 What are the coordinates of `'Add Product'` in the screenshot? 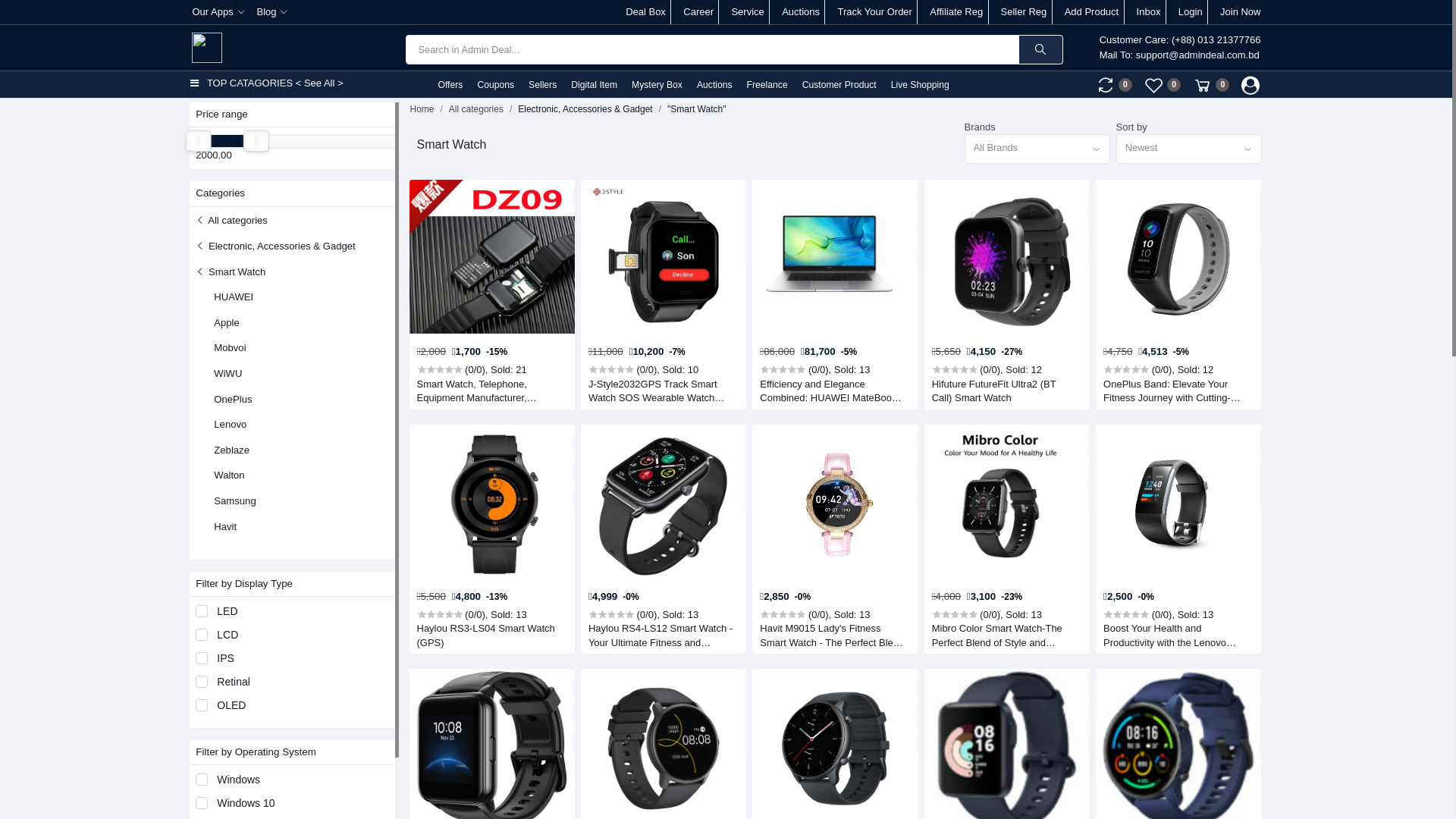 It's located at (1092, 11).